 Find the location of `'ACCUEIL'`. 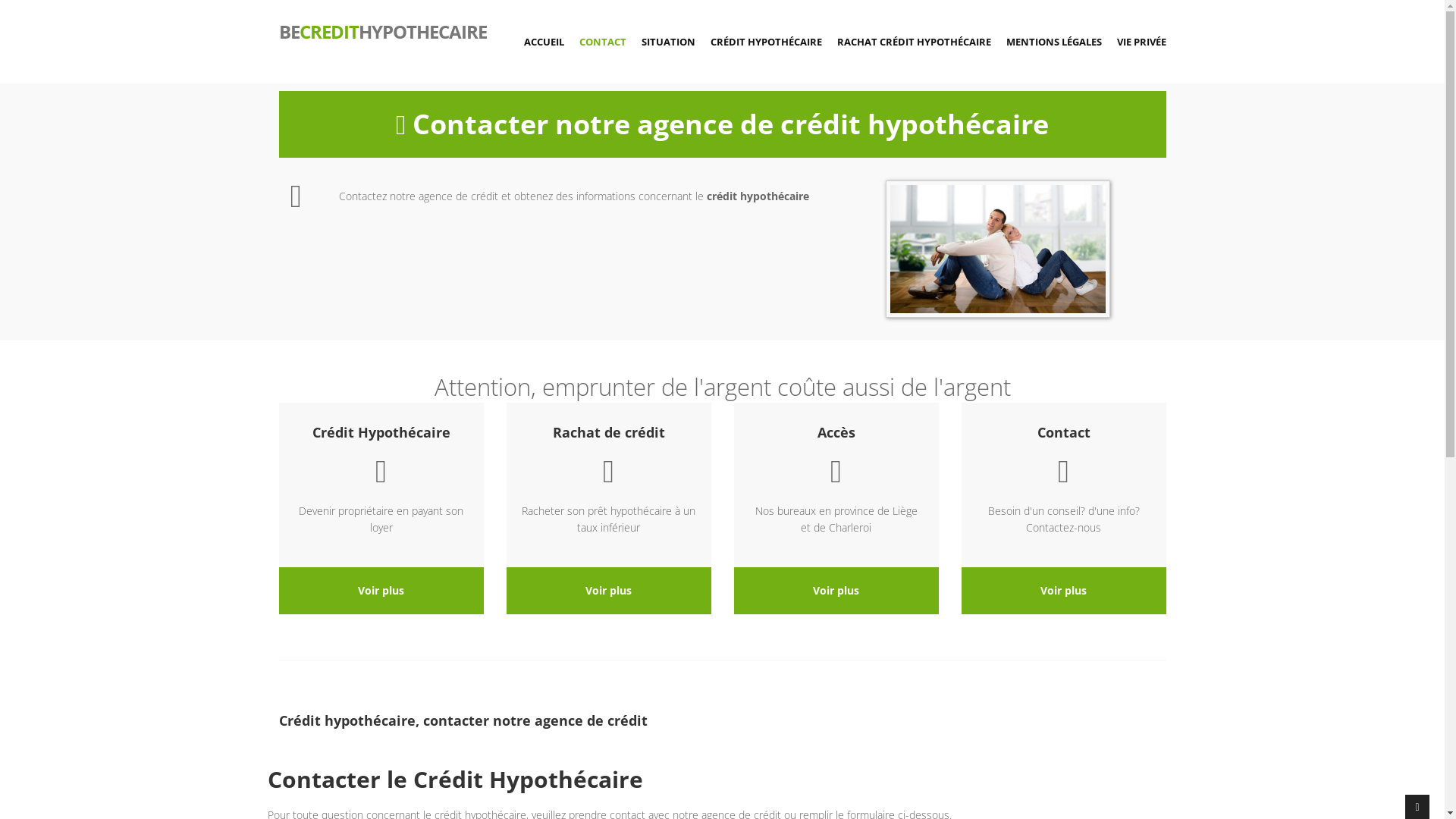

'ACCUEIL' is located at coordinates (543, 40).